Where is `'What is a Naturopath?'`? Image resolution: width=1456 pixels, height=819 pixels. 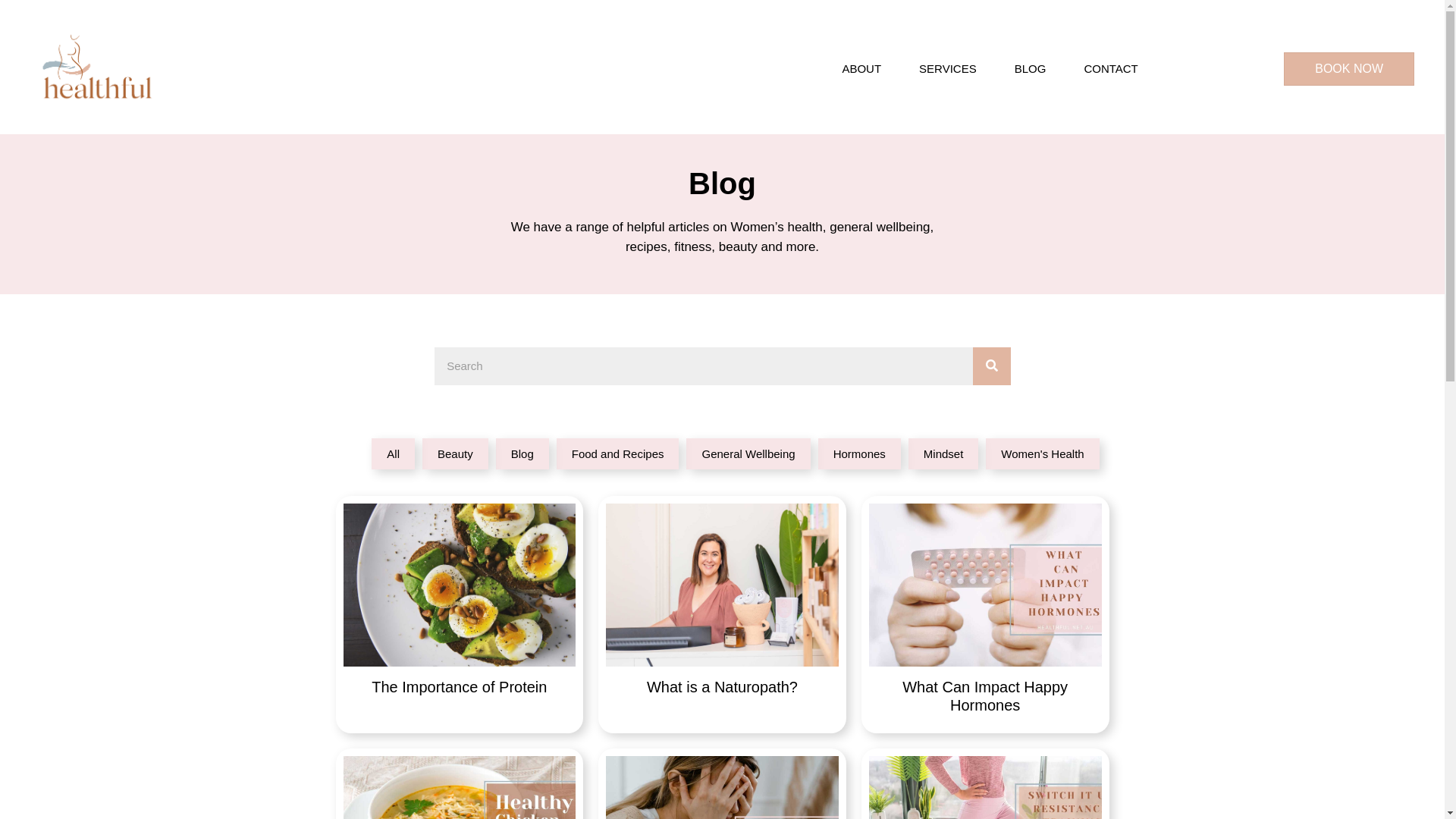 'What is a Naturopath?' is located at coordinates (721, 614).